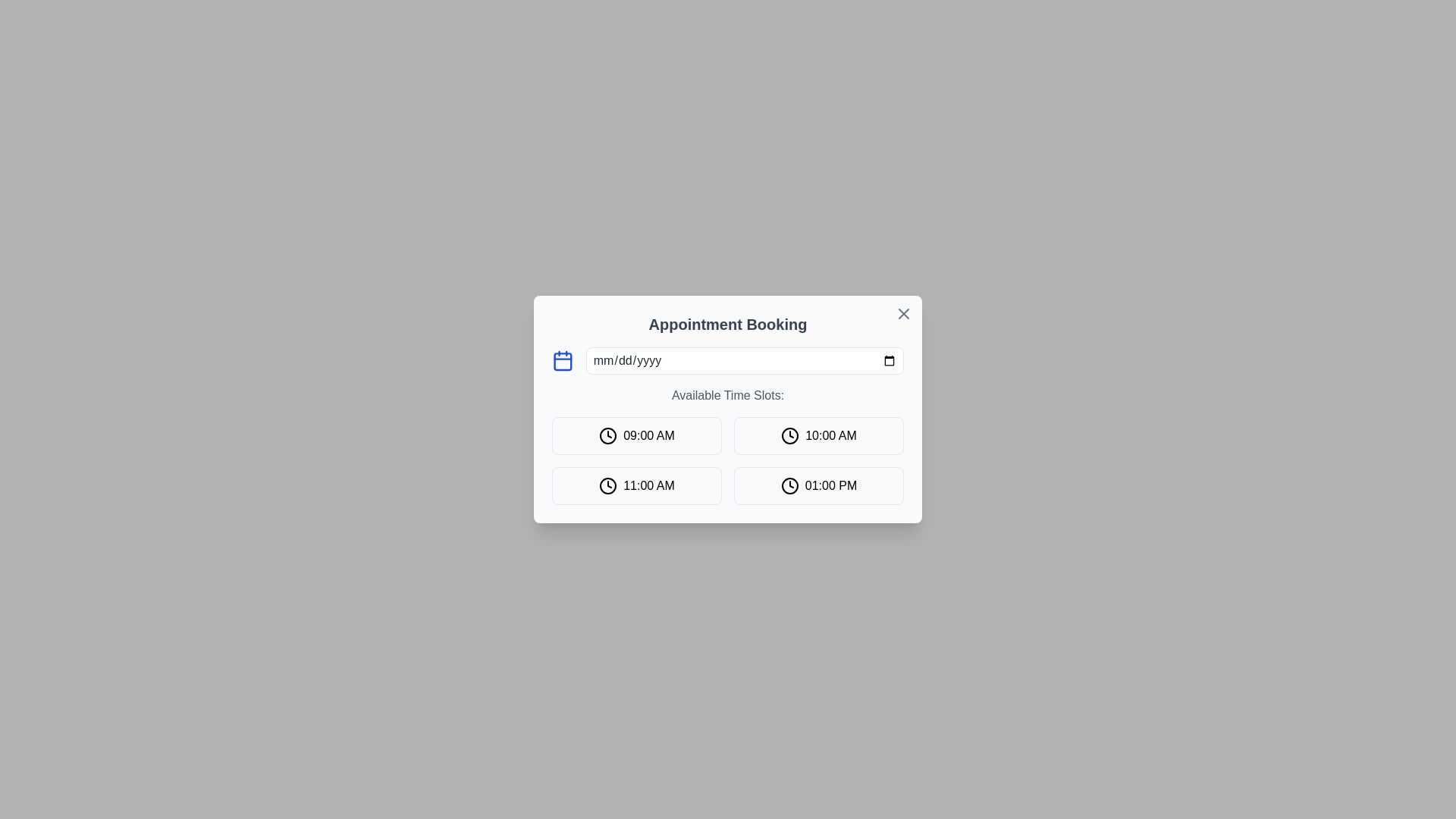 This screenshot has width=1456, height=819. Describe the element at coordinates (637, 485) in the screenshot. I see `the button representing the selectable time slot for '11:00 AM'` at that location.